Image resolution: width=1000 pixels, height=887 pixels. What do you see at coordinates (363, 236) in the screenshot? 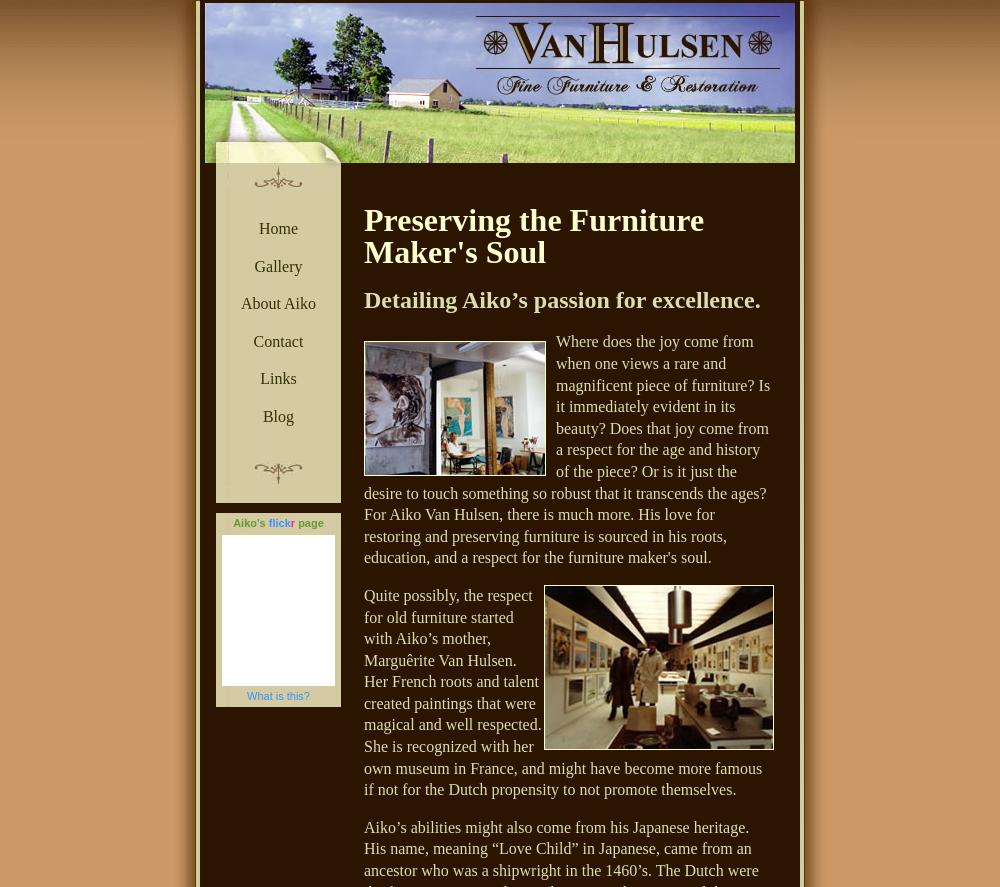
I see `'Preserving the Furniture Maker's Soul'` at bounding box center [363, 236].